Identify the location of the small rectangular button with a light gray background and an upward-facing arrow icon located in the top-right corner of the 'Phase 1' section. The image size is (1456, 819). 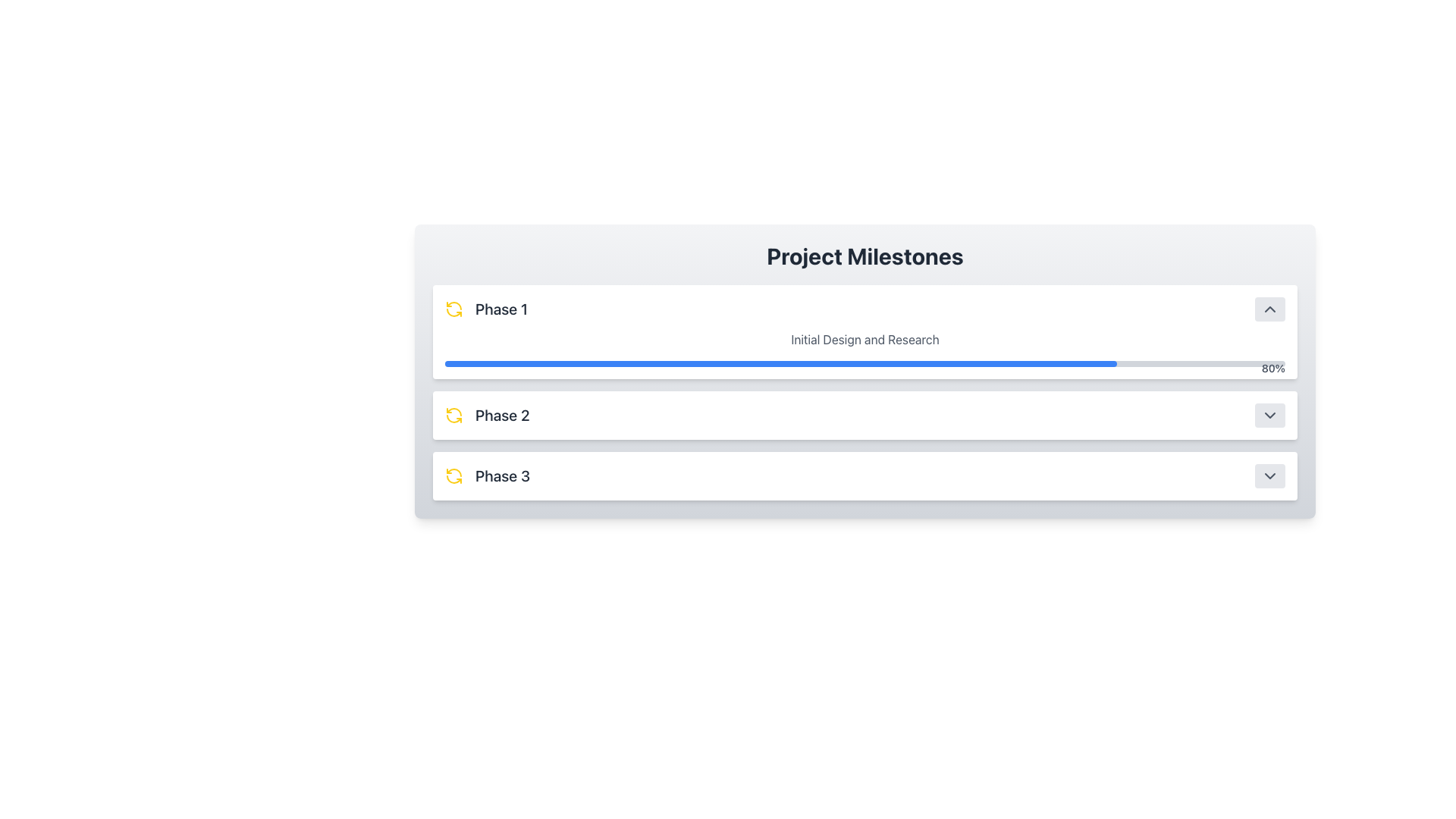
(1270, 309).